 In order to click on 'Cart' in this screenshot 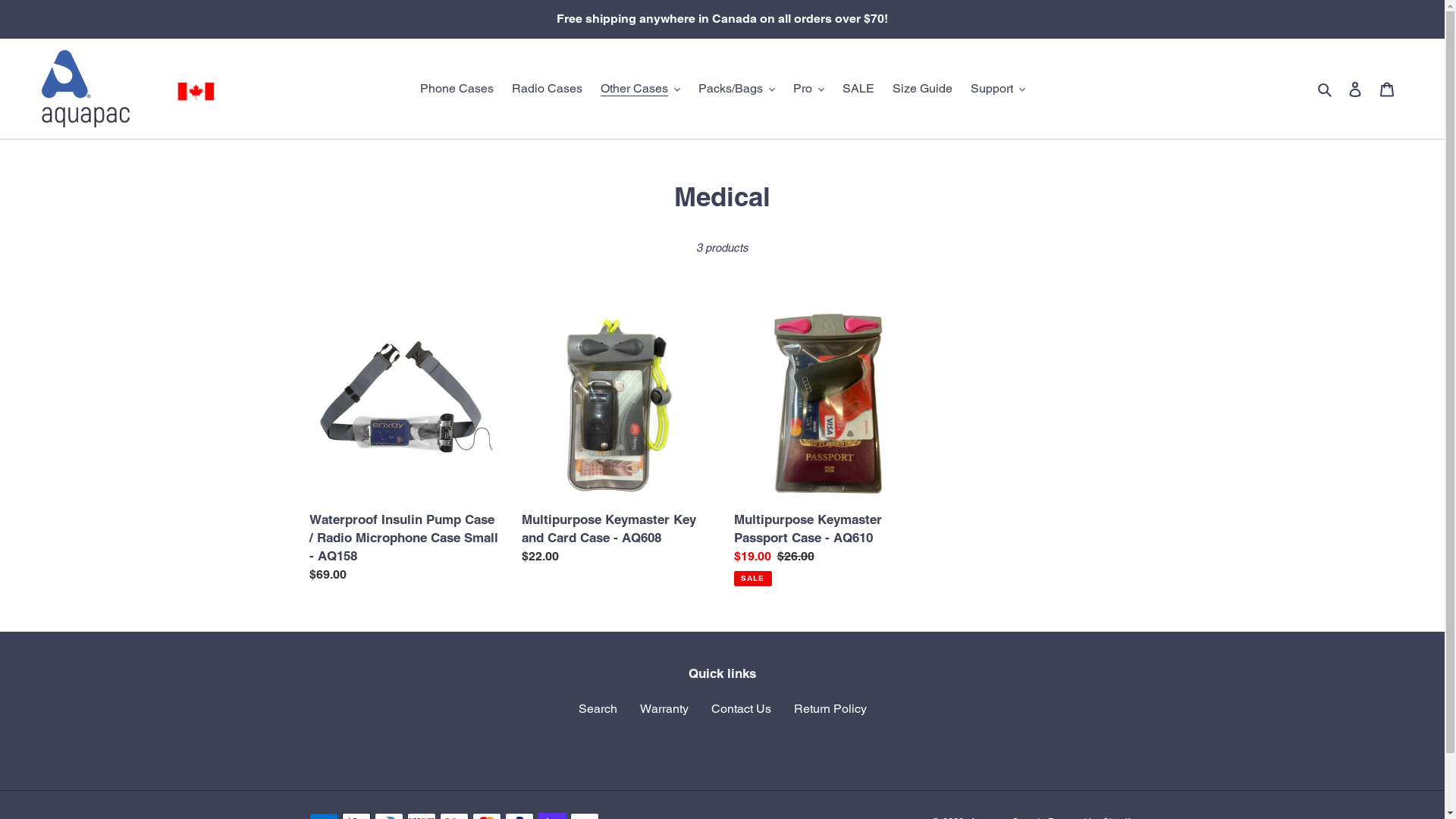, I will do `click(1386, 88)`.